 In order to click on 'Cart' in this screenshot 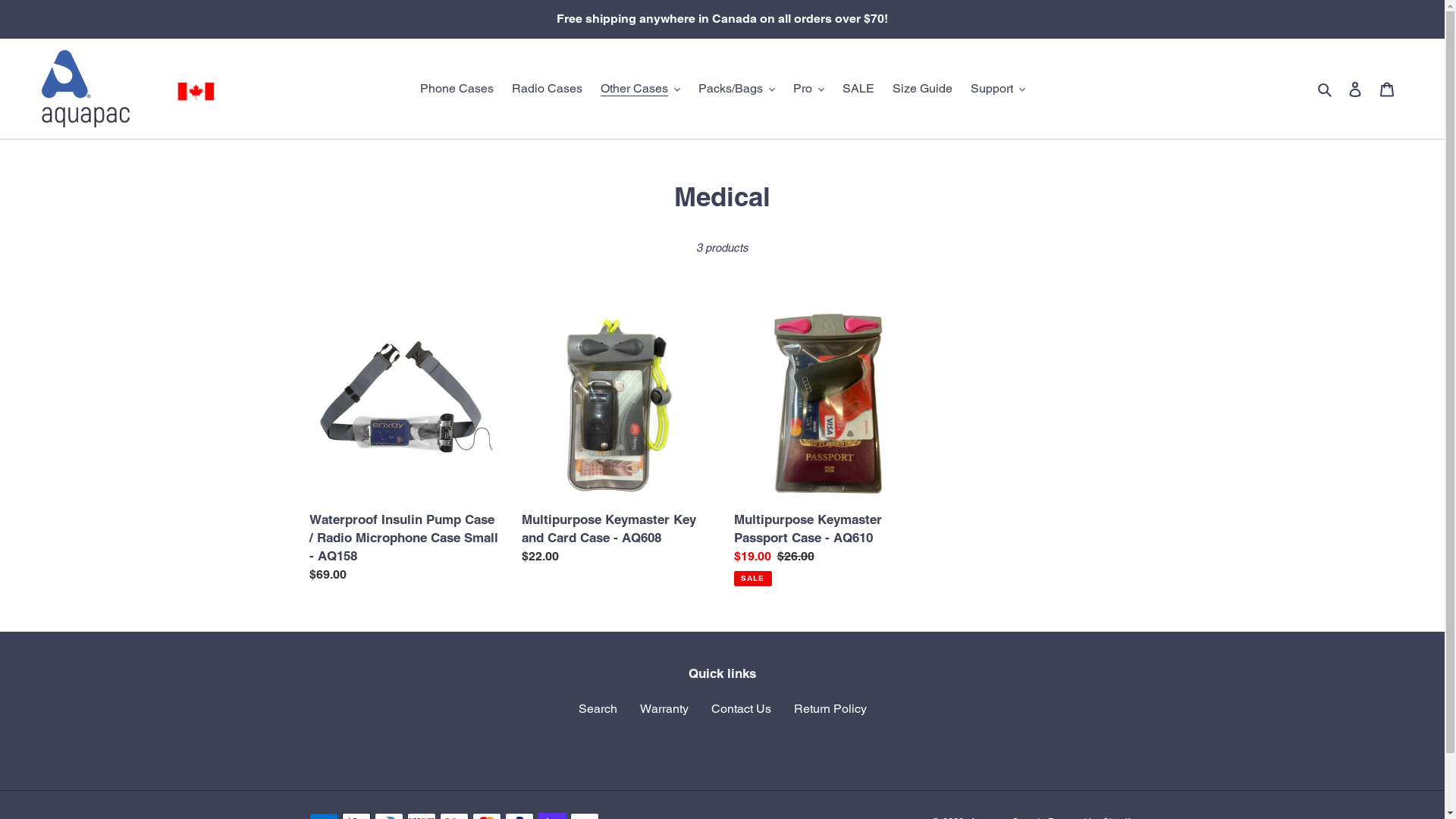, I will do `click(1386, 88)`.